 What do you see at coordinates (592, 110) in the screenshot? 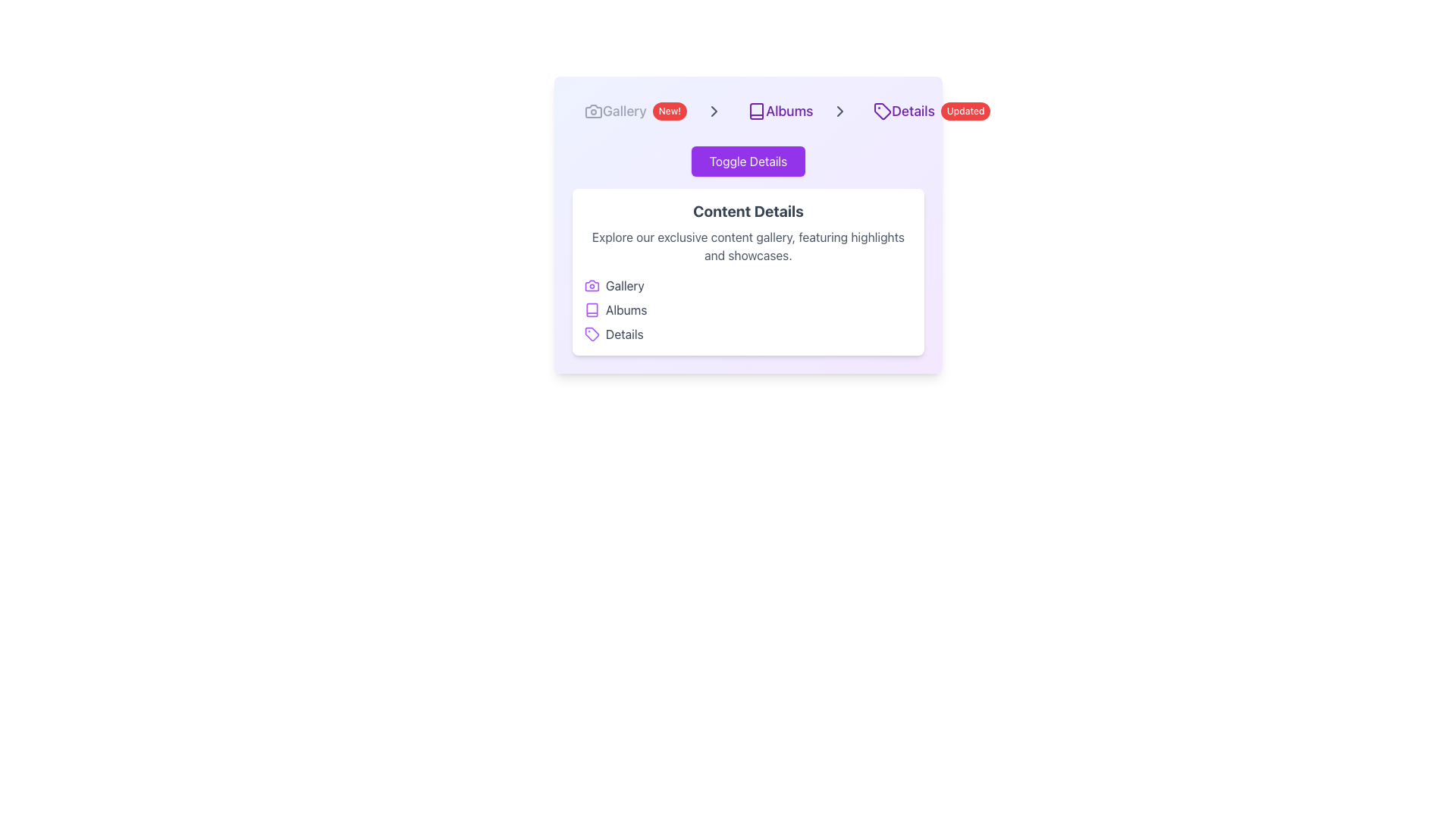
I see `the stylized camera icon, which is a modern SVG image located near the top left of the interface, next to the 'Gallery' breadcrumb` at bounding box center [592, 110].